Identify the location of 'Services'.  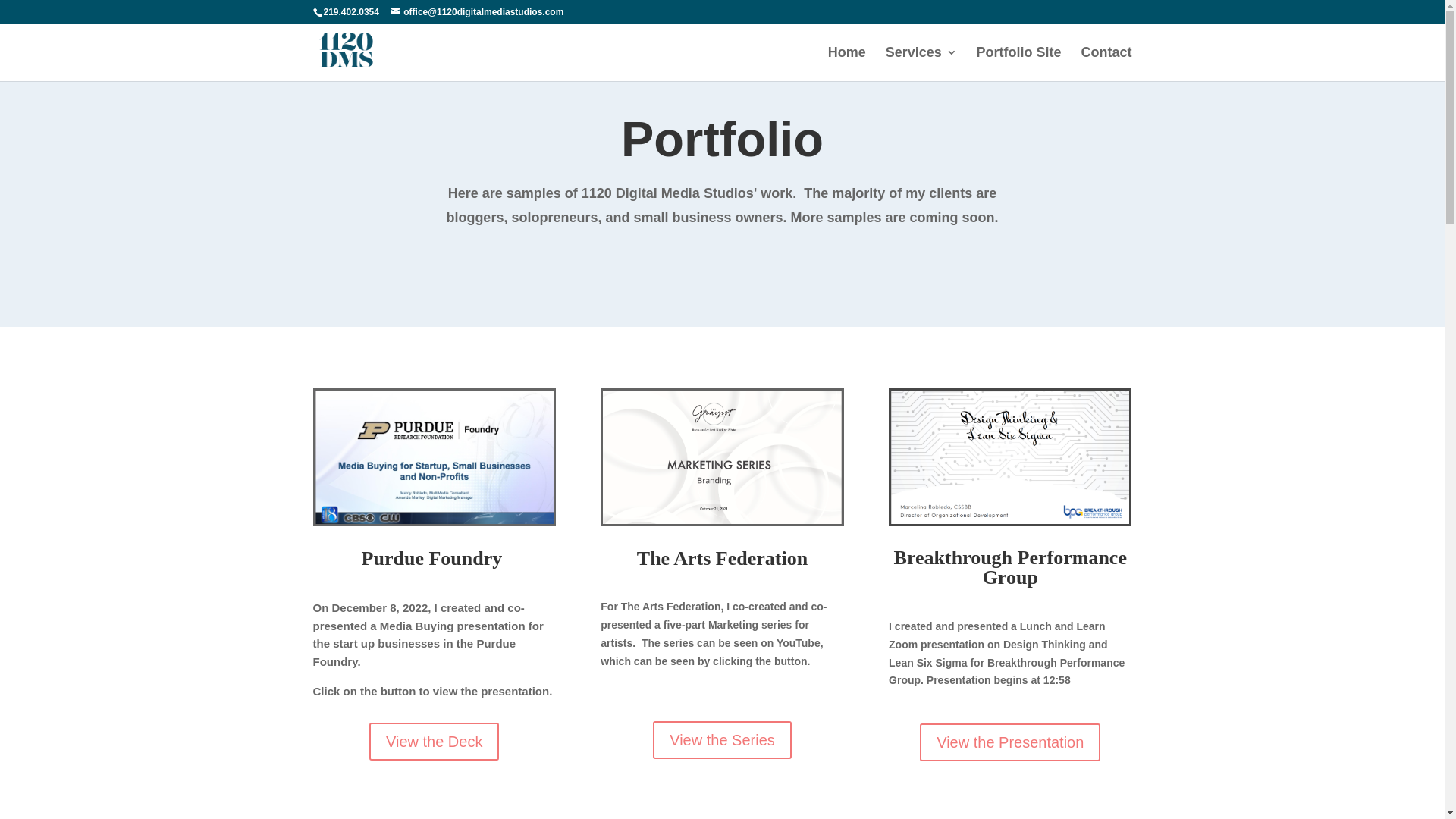
(920, 63).